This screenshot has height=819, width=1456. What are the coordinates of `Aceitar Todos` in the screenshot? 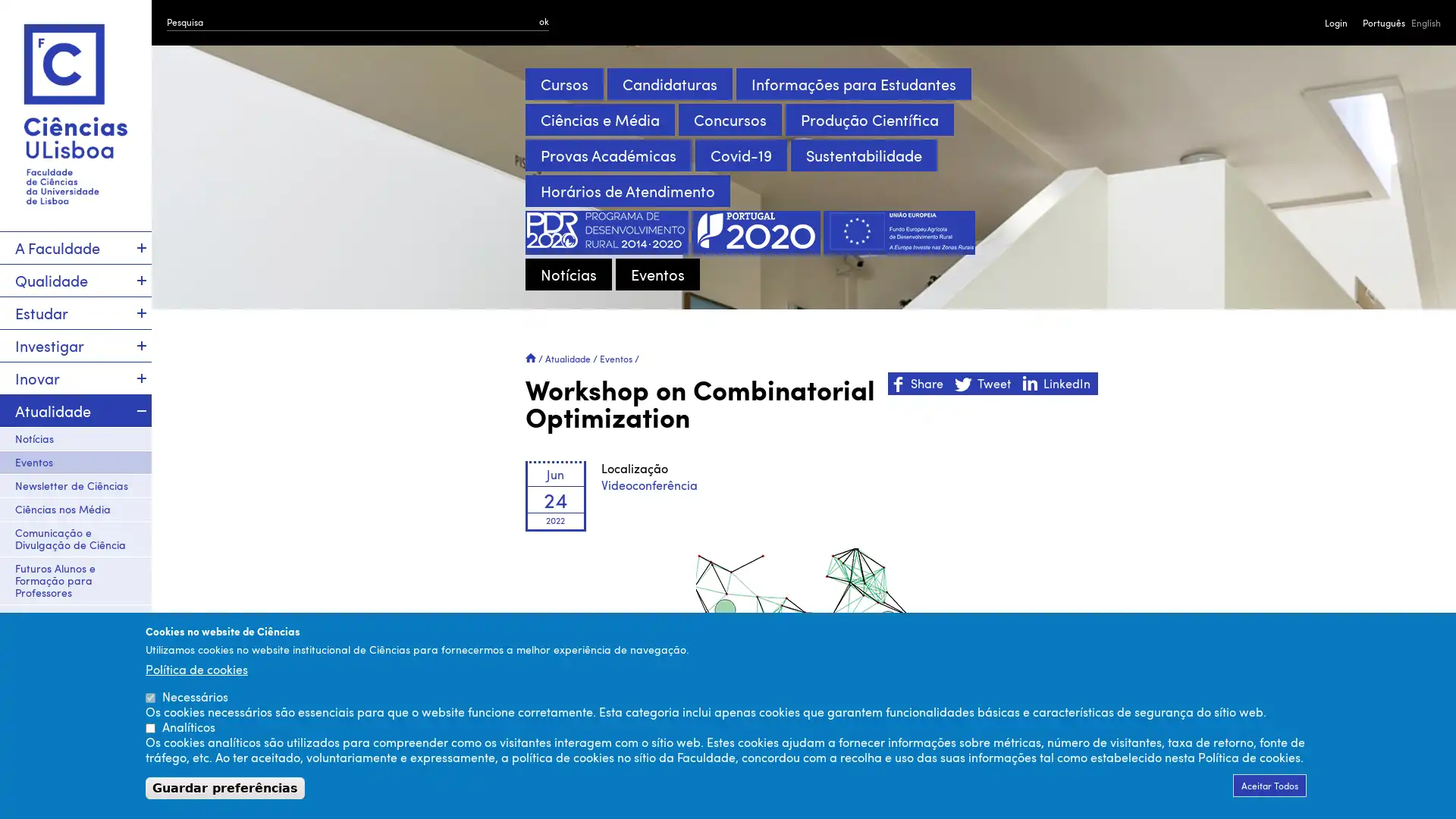 It's located at (1269, 785).